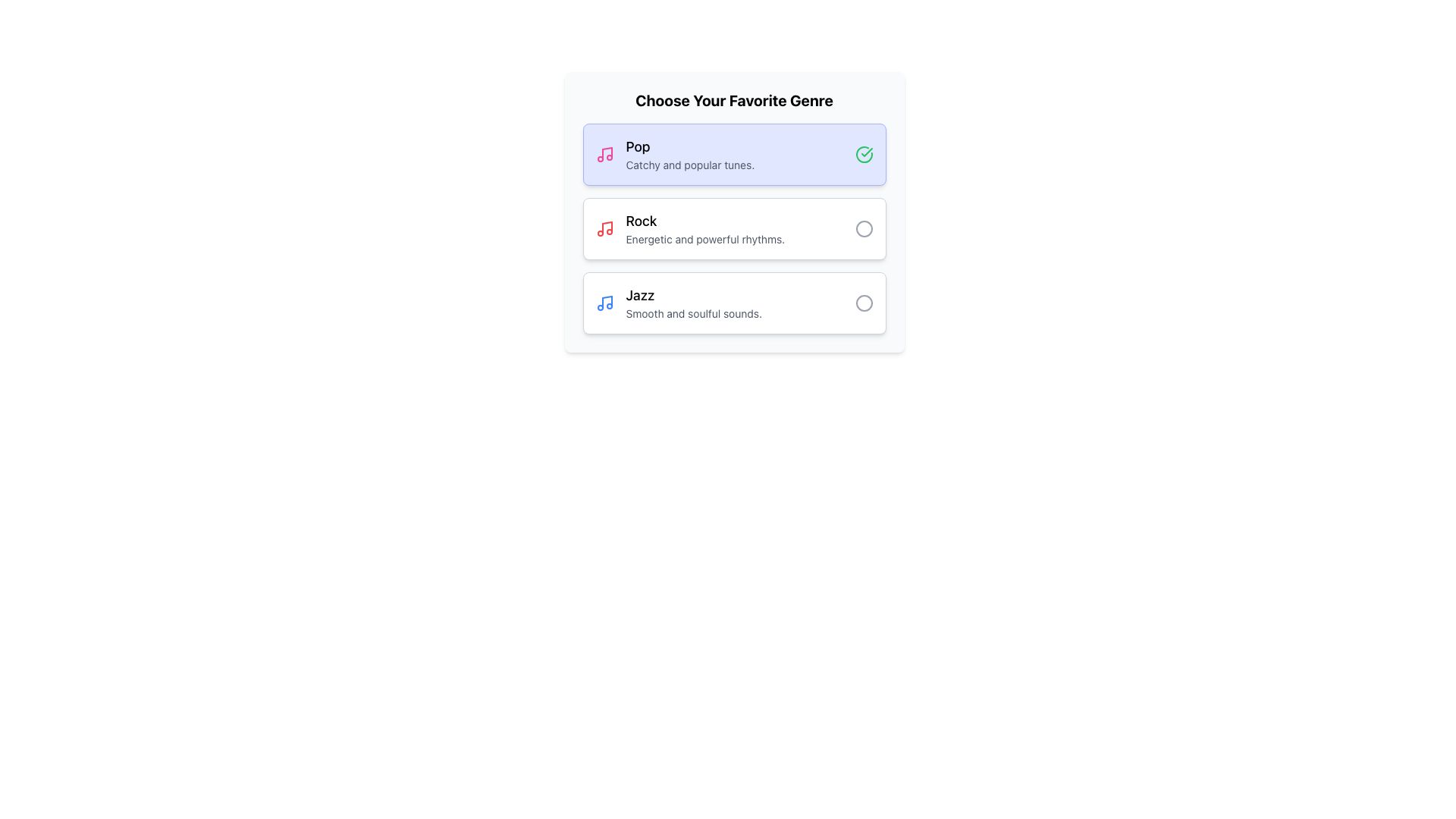  I want to click on the text label displaying 'Energetic and powerful rhythms' which is a subtitle beneath the bold heading 'Rock' in the genre list, so click(740, 239).